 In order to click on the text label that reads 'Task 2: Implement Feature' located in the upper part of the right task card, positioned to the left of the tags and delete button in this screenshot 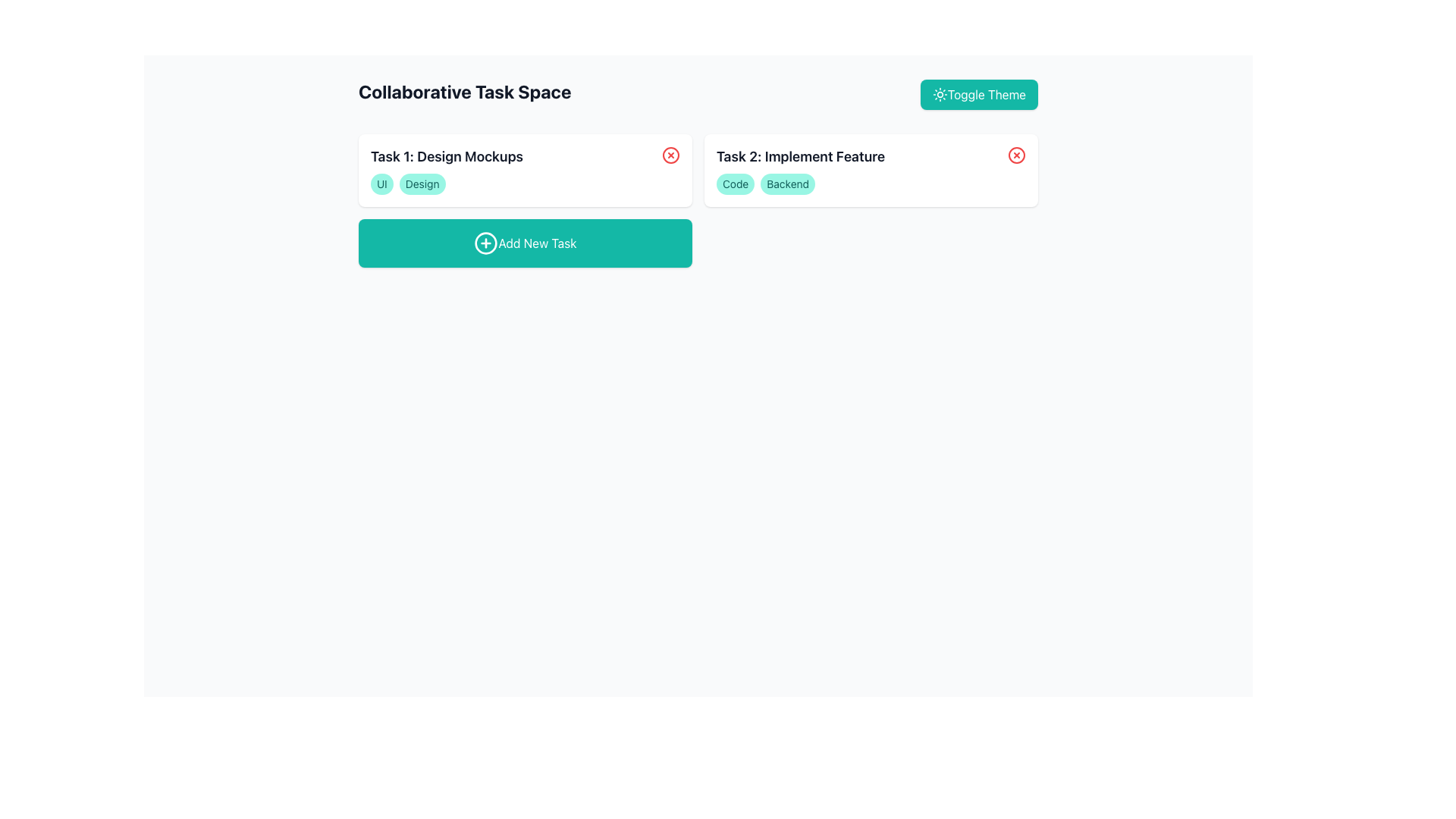, I will do `click(800, 157)`.